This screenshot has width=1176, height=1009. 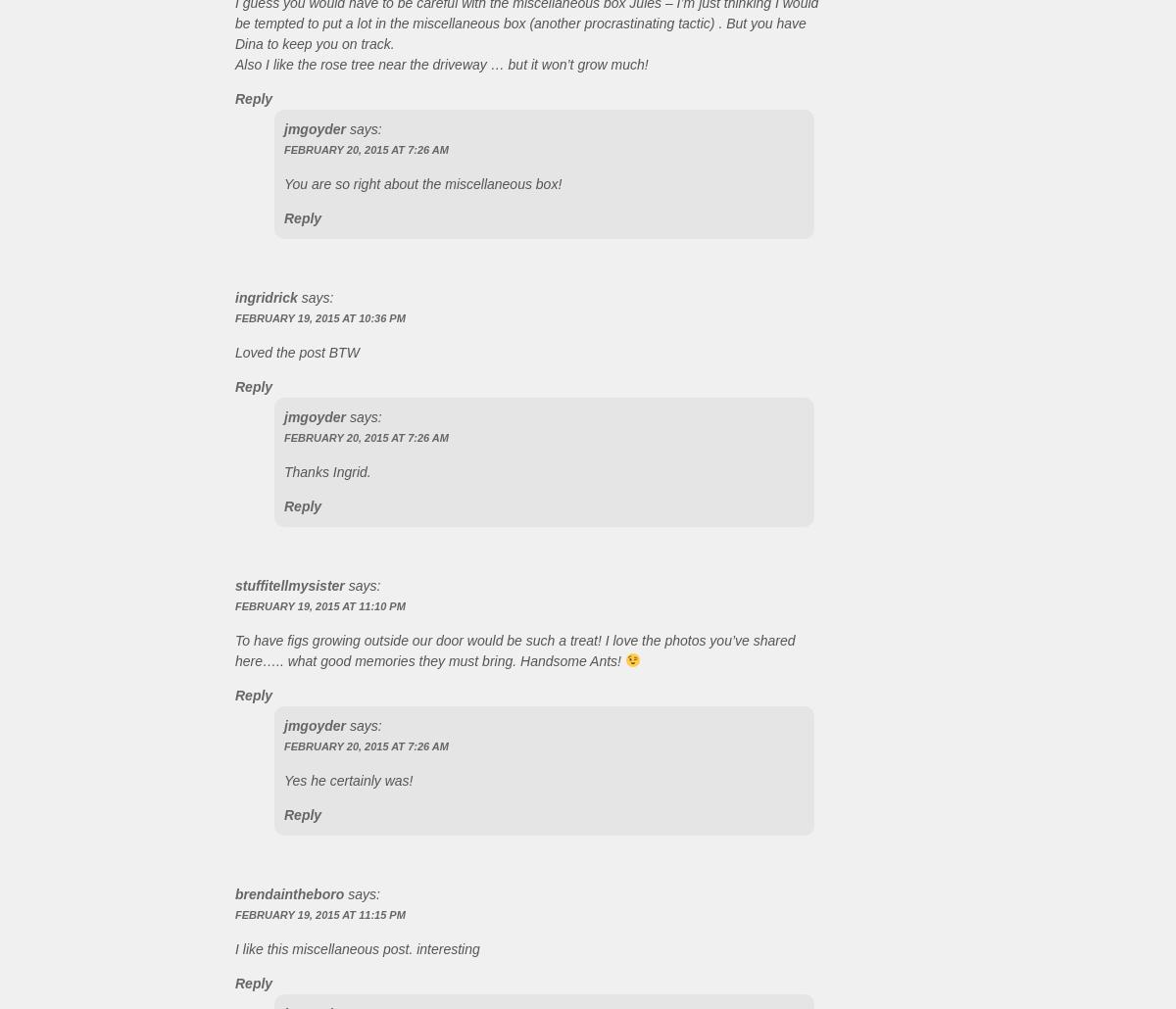 What do you see at coordinates (514, 649) in the screenshot?
I see `'To have figs growing outside our door would be such a treat!  I love the photos you’ve shared here….. what good memories they must bring.  Handsome Ants!'` at bounding box center [514, 649].